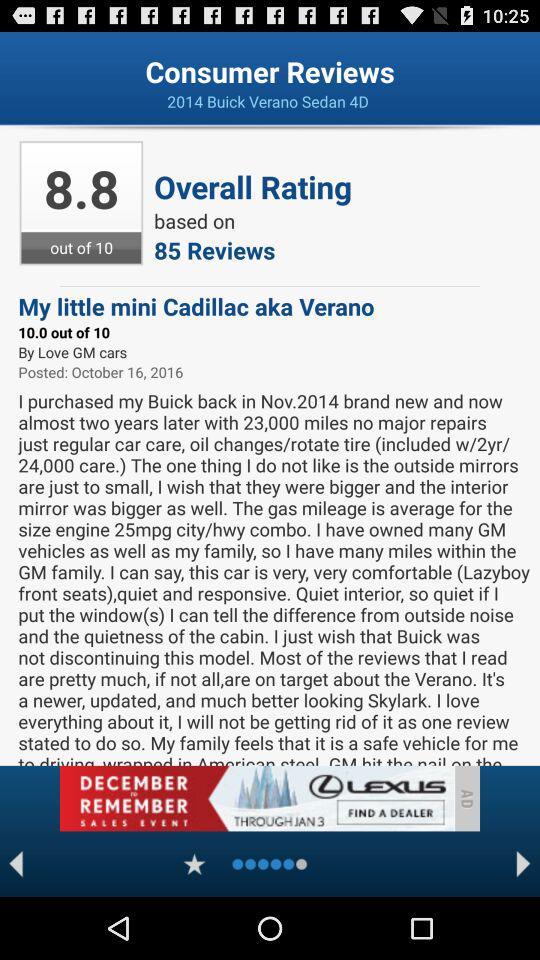 The image size is (540, 960). Describe the element at coordinates (194, 924) in the screenshot. I see `the star icon` at that location.